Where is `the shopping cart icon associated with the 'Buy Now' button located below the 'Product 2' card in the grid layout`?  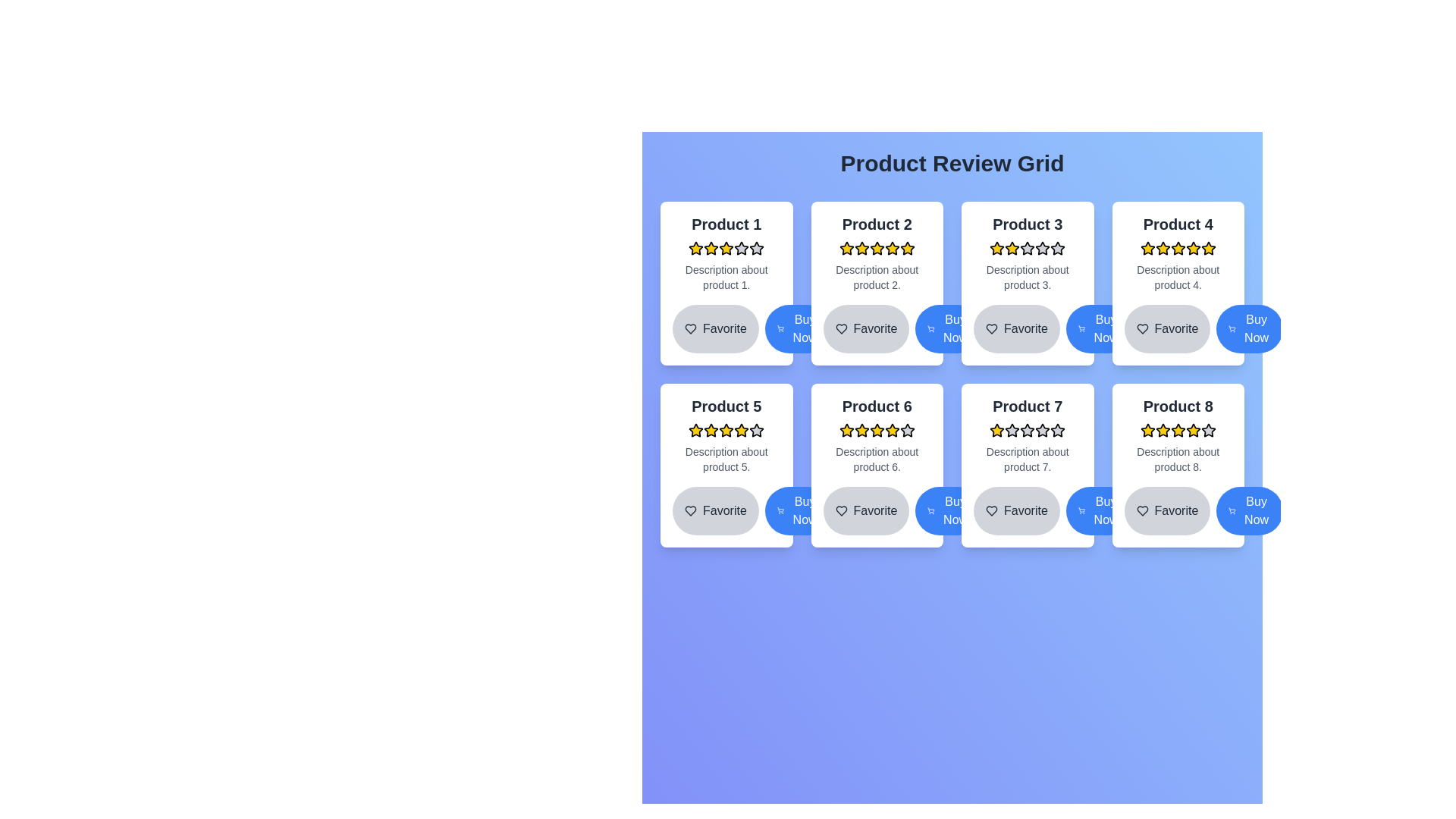
the shopping cart icon associated with the 'Buy Now' button located below the 'Product 2' card in the grid layout is located at coordinates (780, 328).